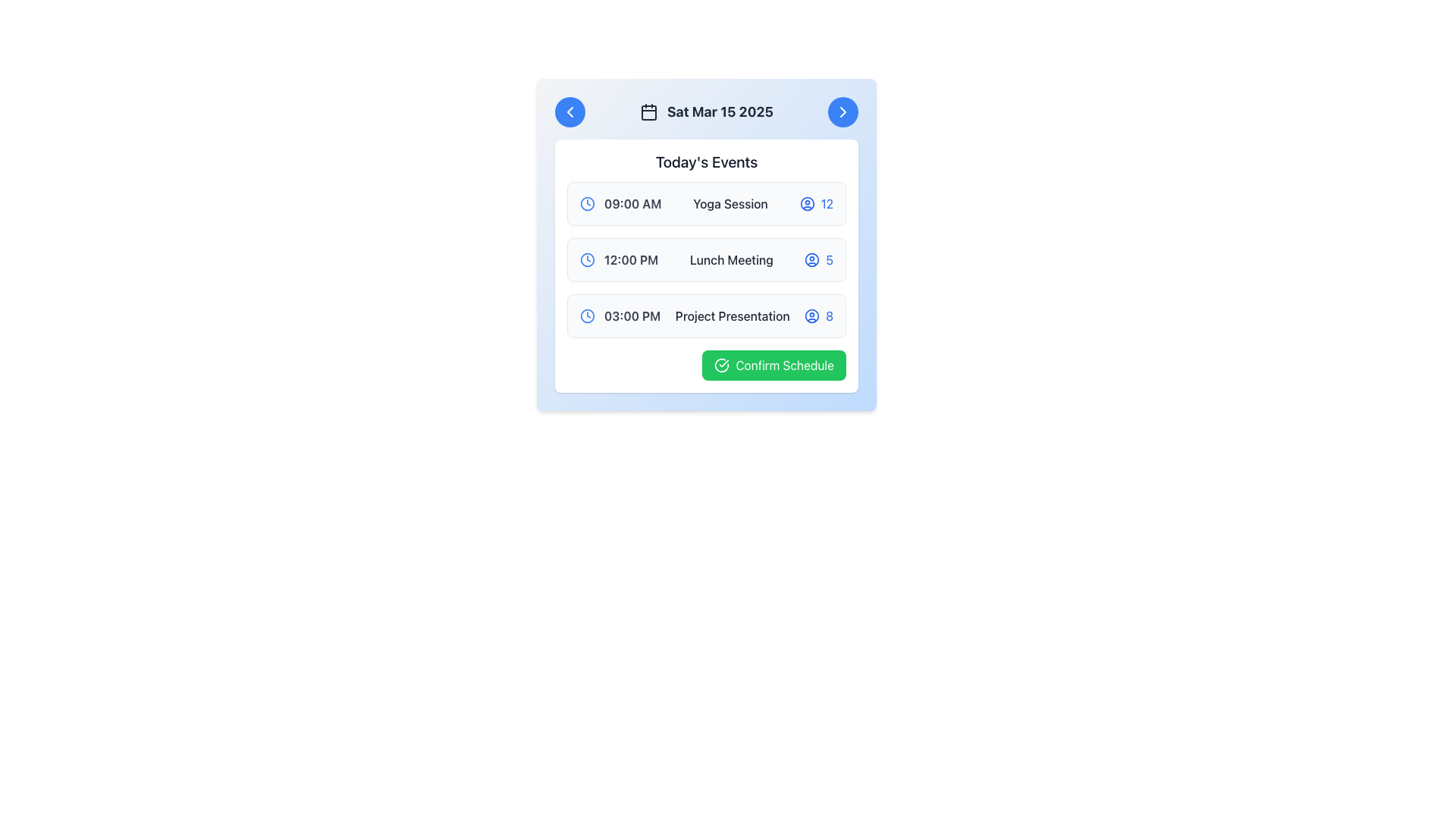 Image resolution: width=1456 pixels, height=819 pixels. I want to click on the Icon element indicating the participant count for the '09:00 AM Yoga Session', which shows '12' participants, so click(806, 203).